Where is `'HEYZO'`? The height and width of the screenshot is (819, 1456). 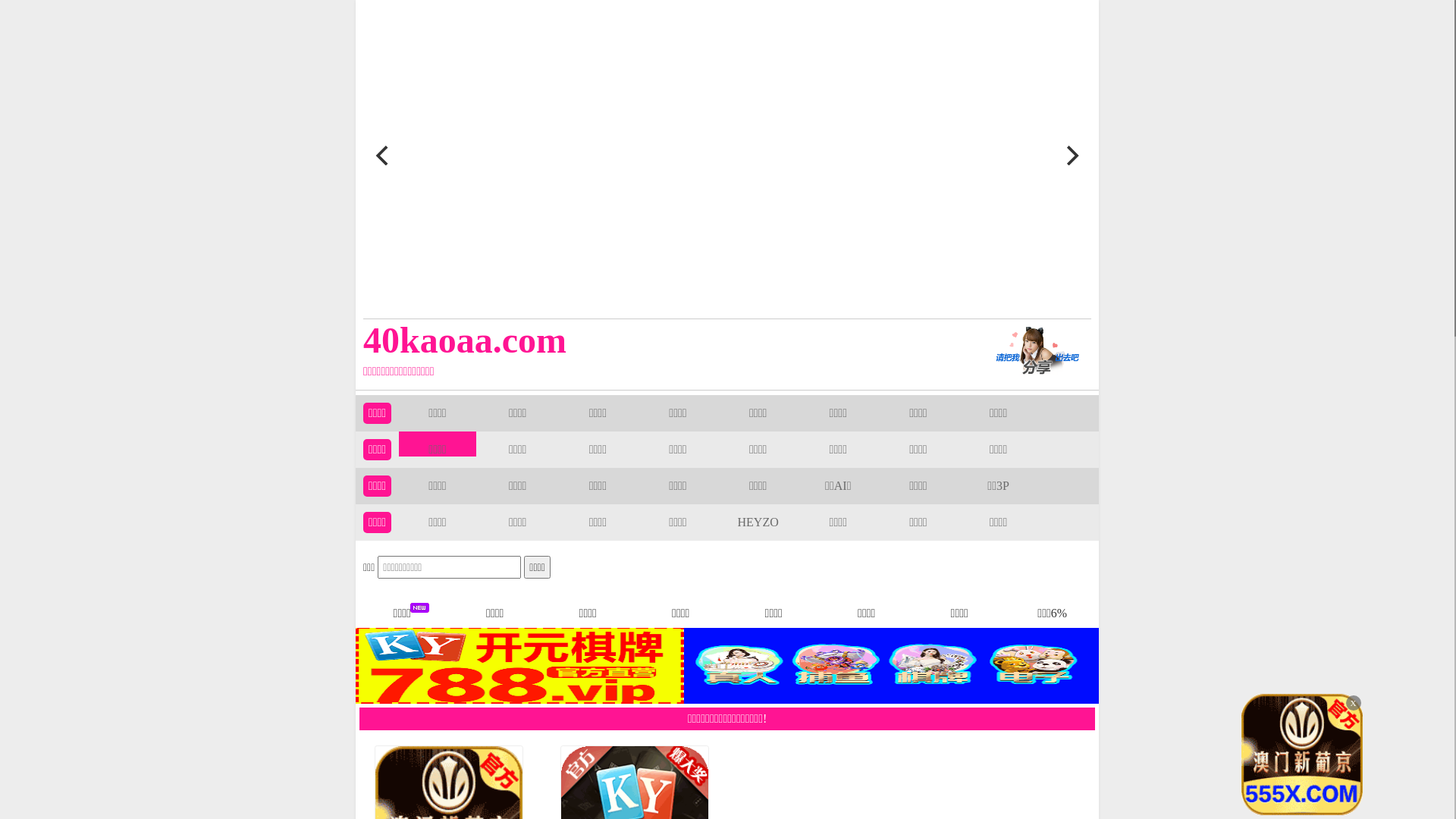
'HEYZO' is located at coordinates (758, 521).